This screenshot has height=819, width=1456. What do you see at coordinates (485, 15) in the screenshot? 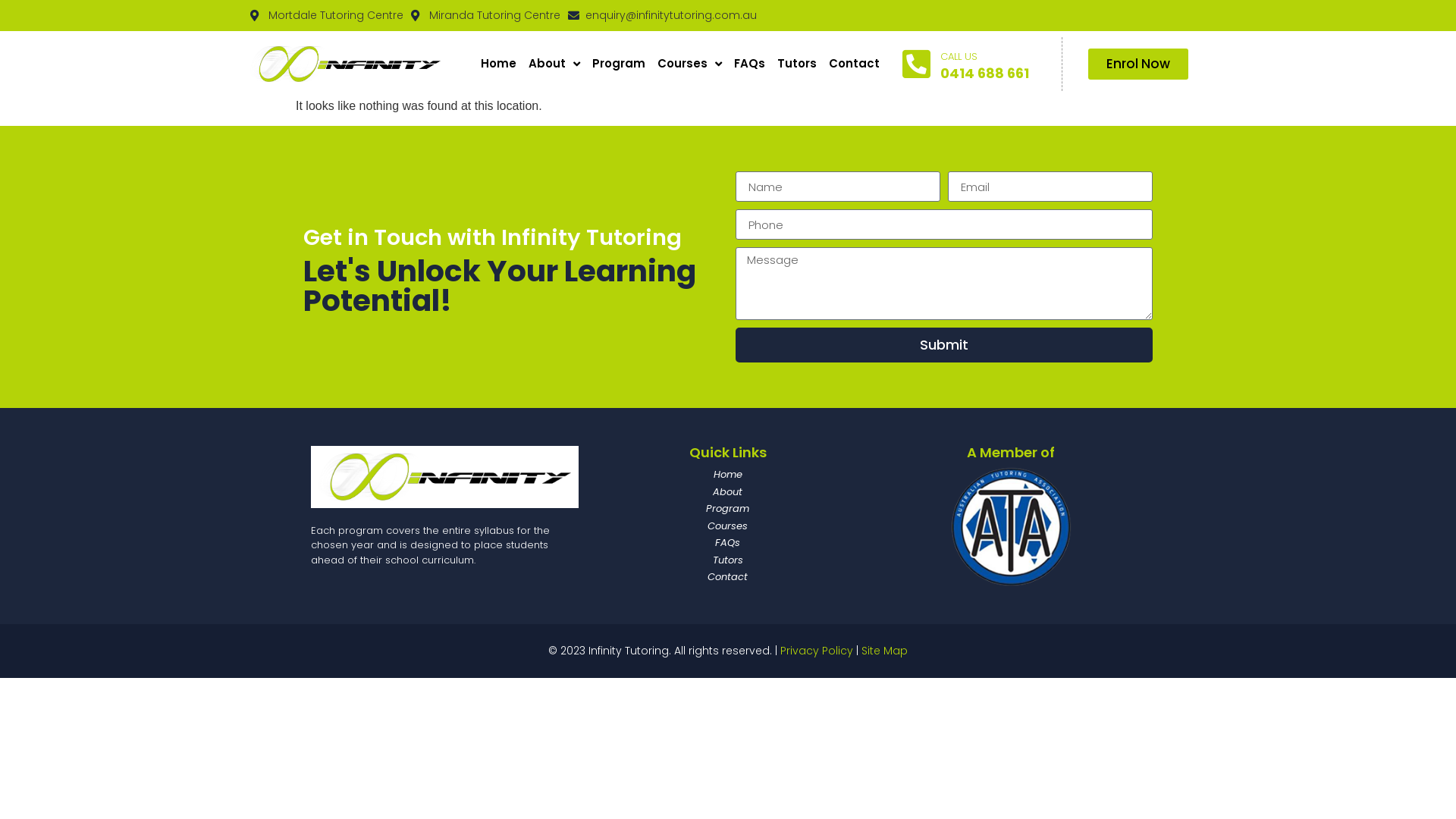
I see `'Miranda Tutoring Centre'` at bounding box center [485, 15].